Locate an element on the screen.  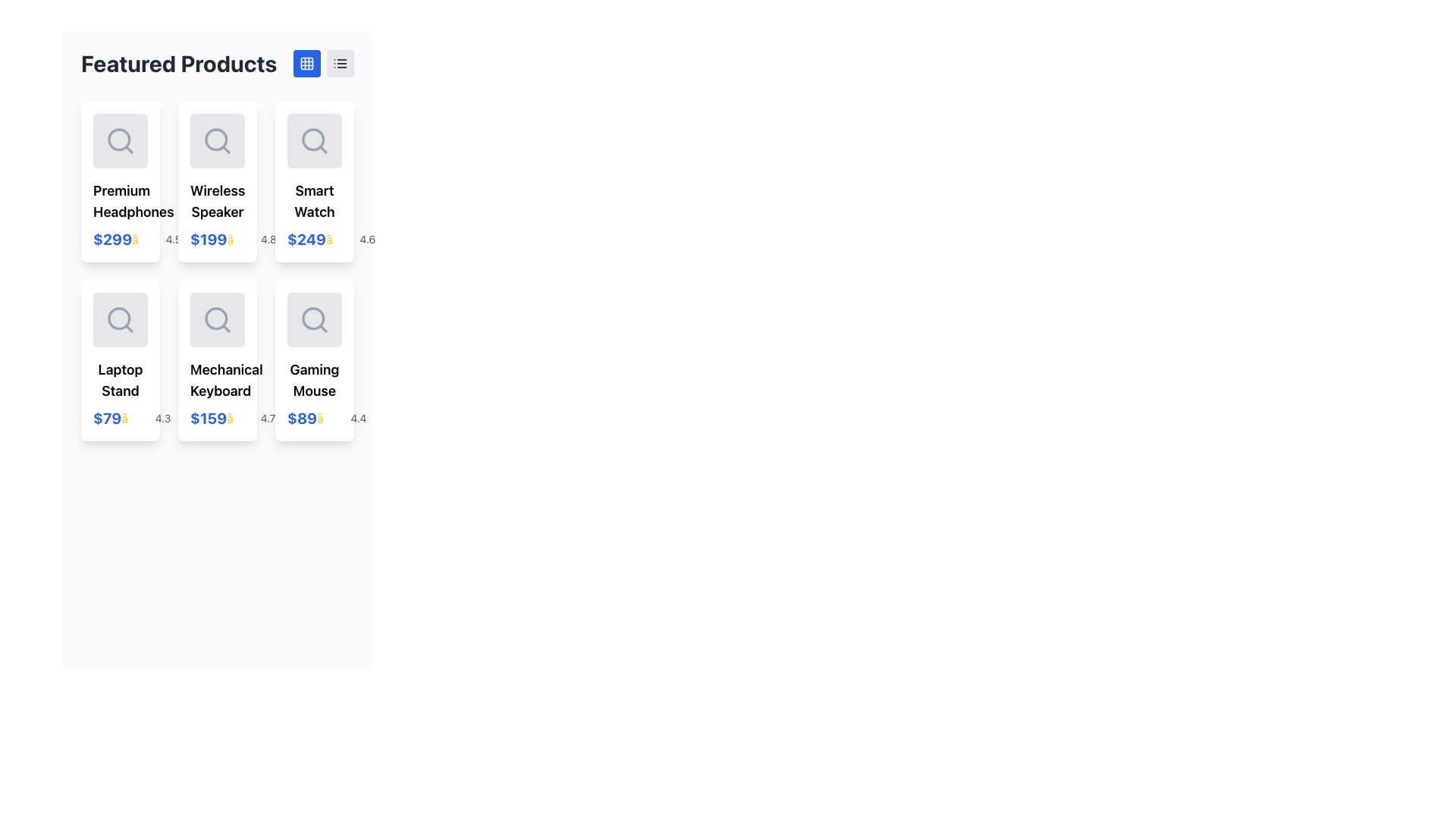
the state of the blue rounded square graphical icon located in the center of a 3x3 grid, positioned to the right of the 'Featured Products' heading is located at coordinates (306, 63).